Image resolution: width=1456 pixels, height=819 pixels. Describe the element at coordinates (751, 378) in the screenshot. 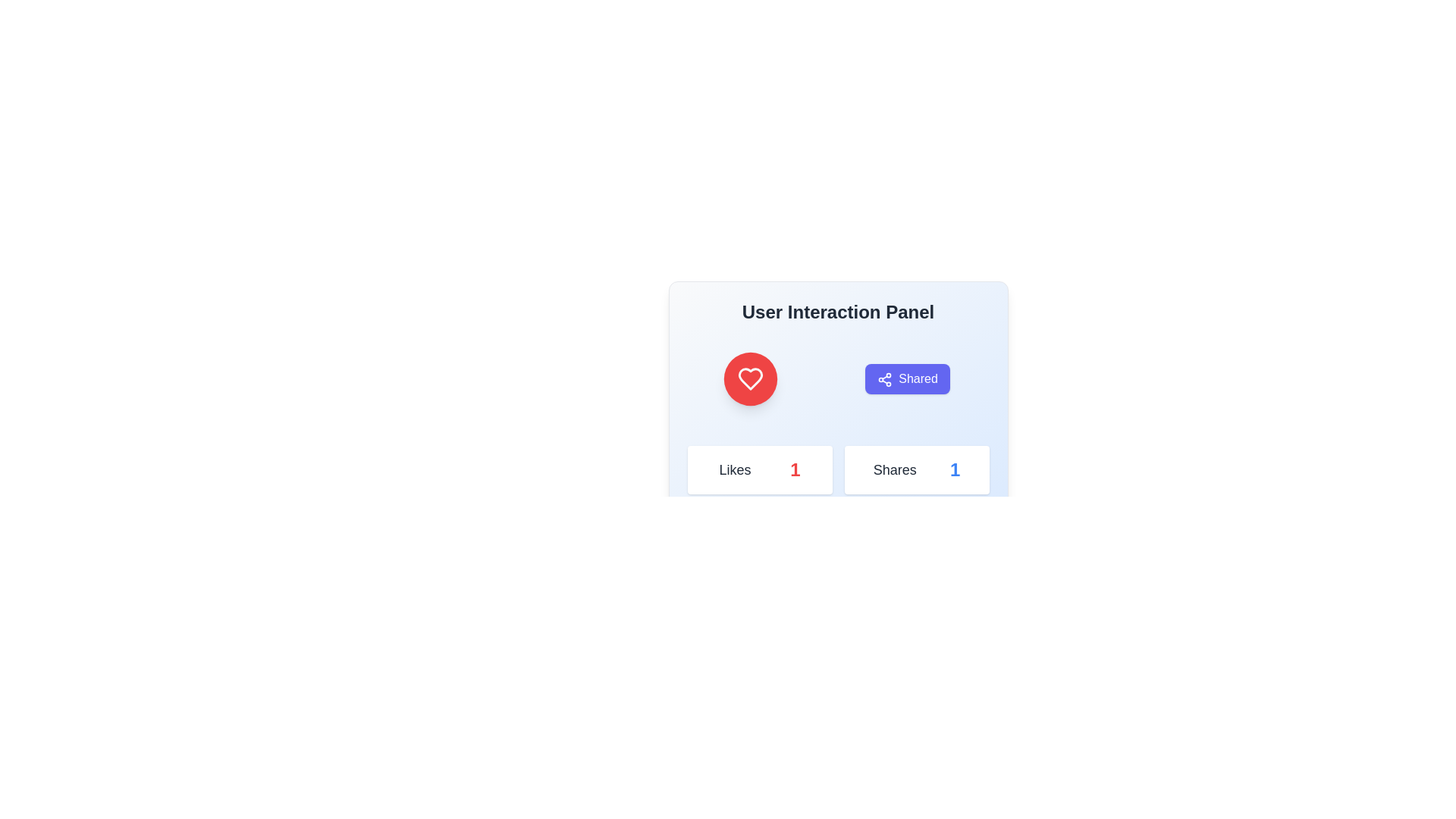

I see `the heart-shaped icon outlined in red located in the top-left corner of the 'User Interaction Panel' to like or favorite` at that location.